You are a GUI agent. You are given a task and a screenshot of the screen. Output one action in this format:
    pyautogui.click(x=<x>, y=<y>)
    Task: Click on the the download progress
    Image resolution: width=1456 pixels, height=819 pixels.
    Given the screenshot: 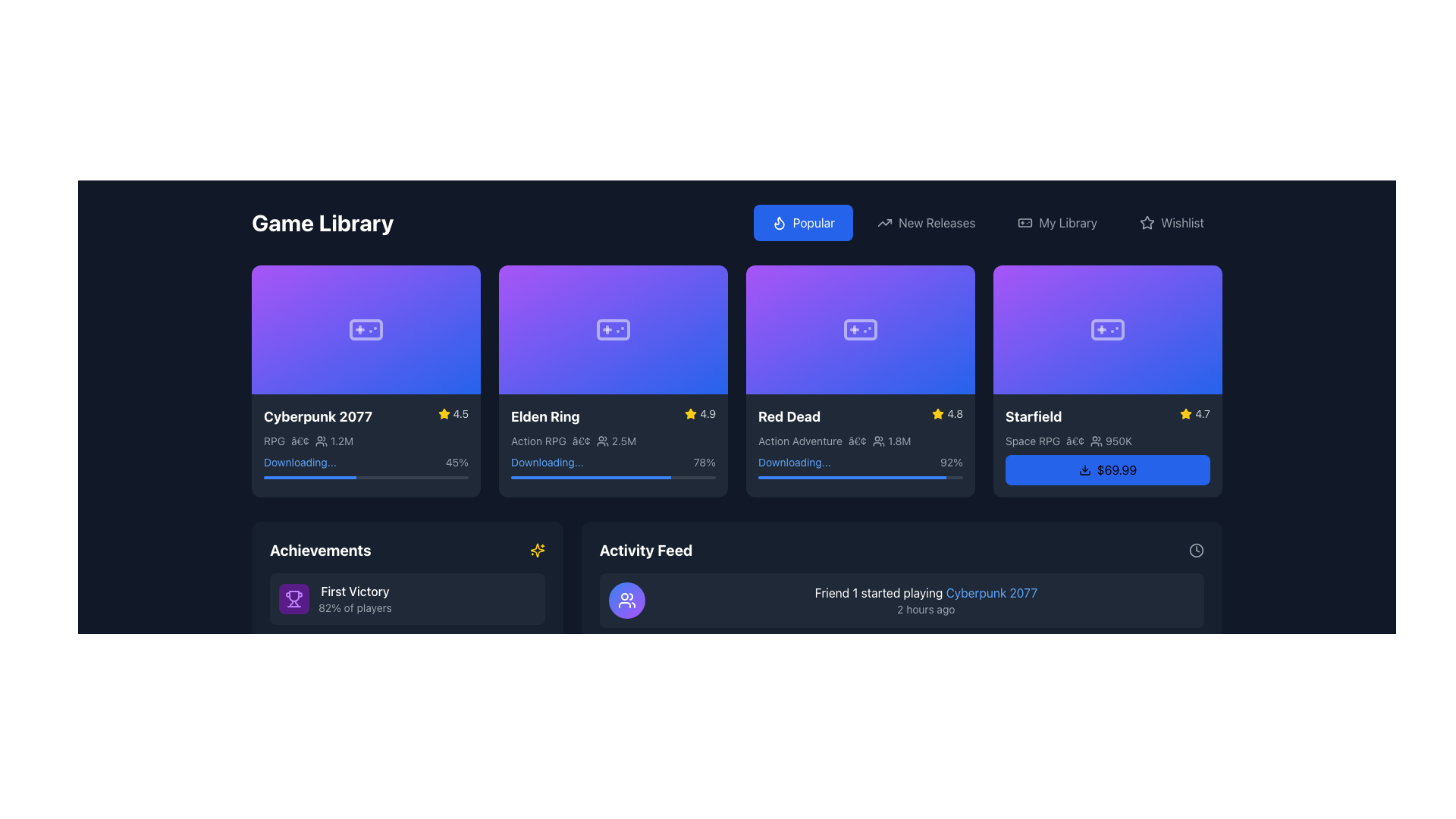 What is the action you would take?
    pyautogui.click(x=892, y=476)
    